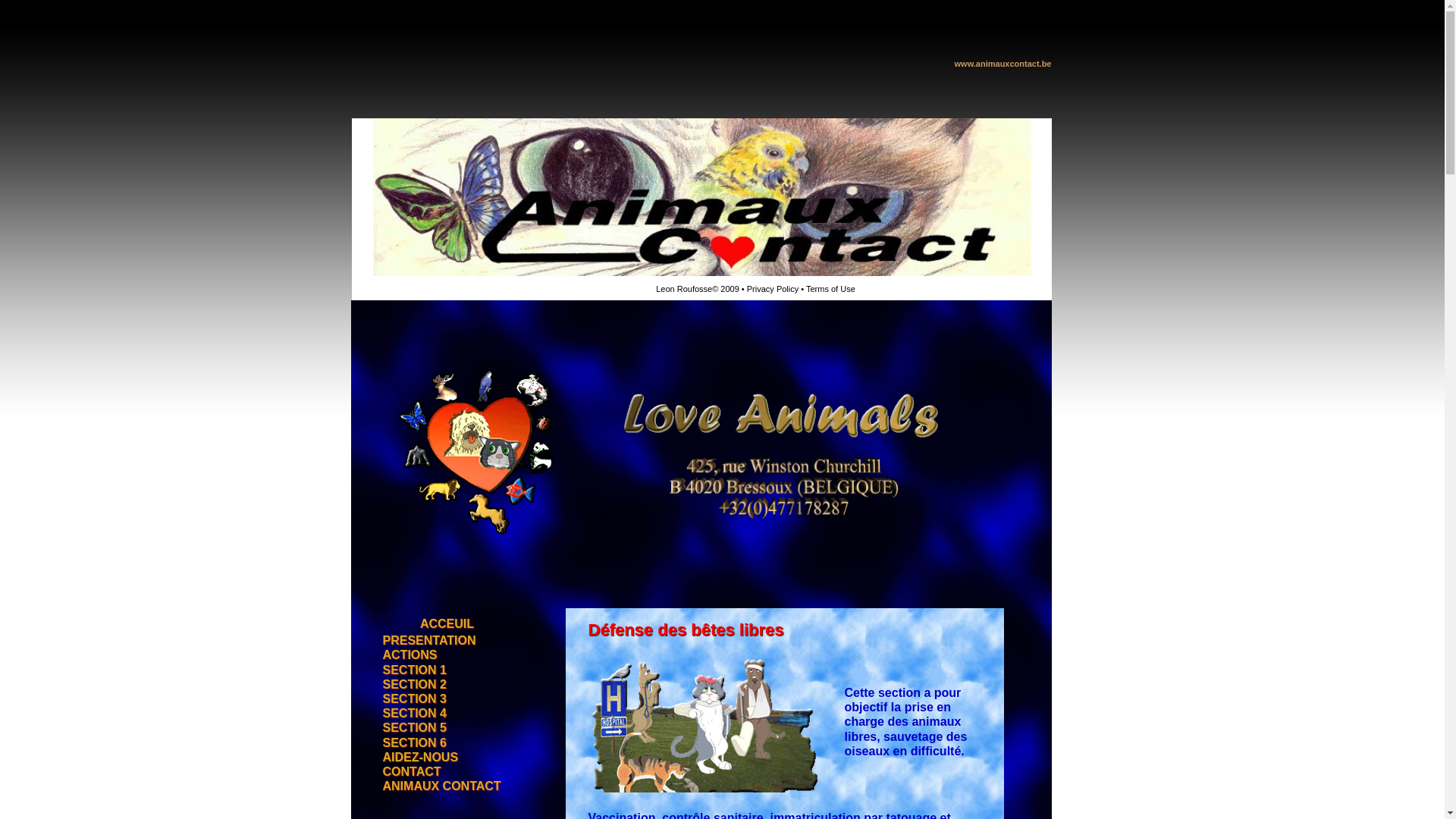 The image size is (1456, 819). Describe the element at coordinates (442, 500) in the screenshot. I see `'En vrac'` at that location.